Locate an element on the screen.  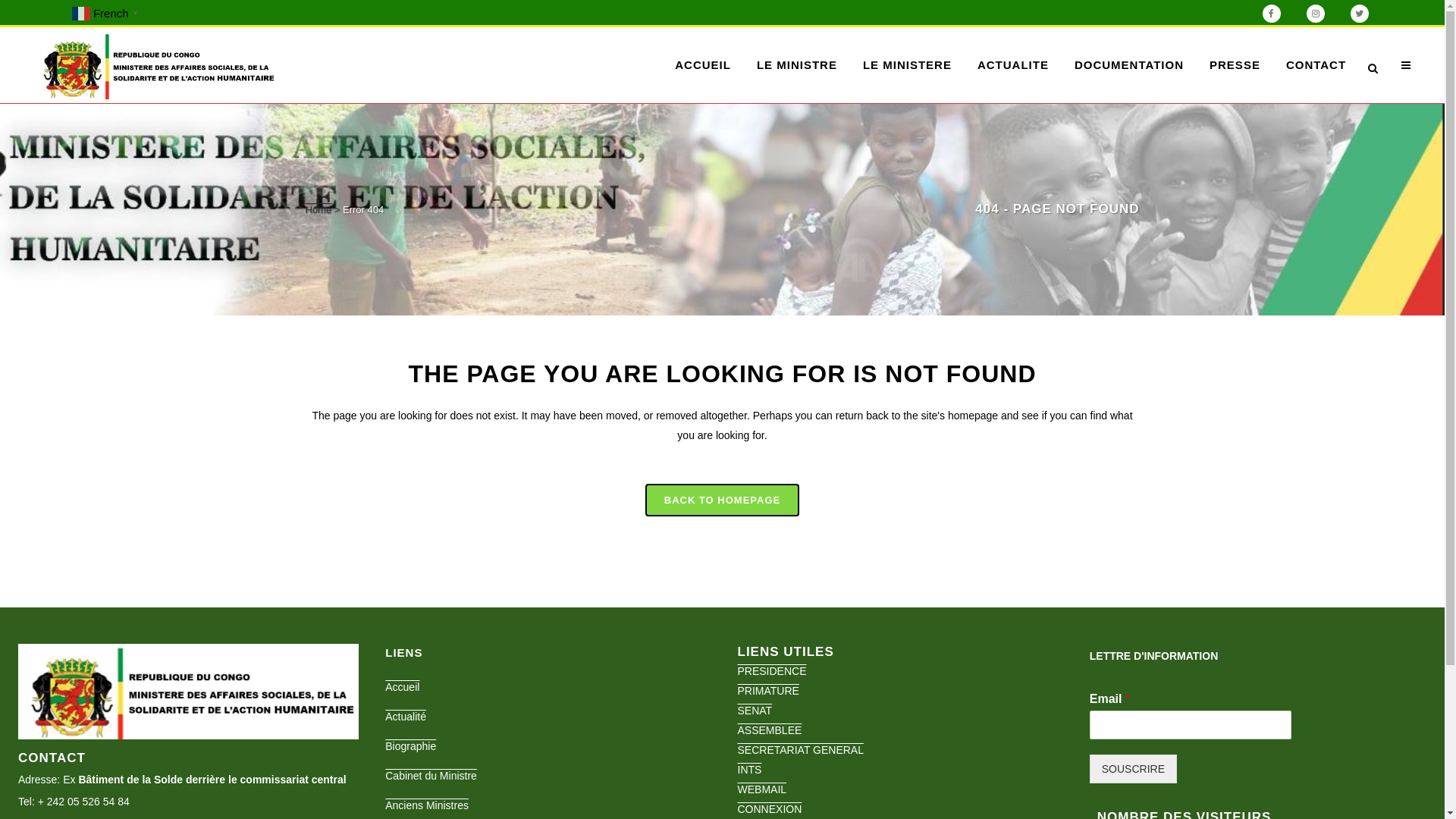
'PRIMATURE' is located at coordinates (767, 690).